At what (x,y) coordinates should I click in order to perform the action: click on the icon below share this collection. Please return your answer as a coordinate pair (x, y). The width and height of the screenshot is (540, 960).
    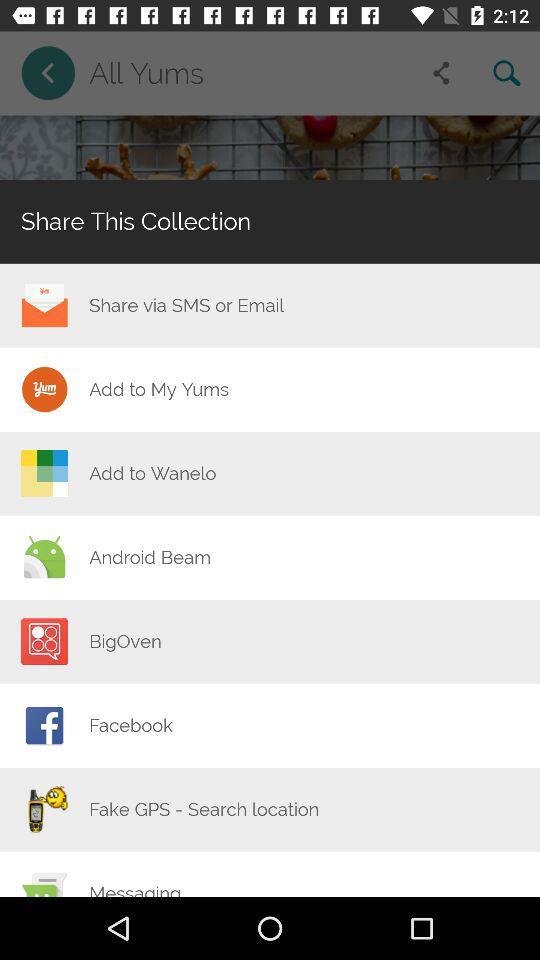
    Looking at the image, I should click on (186, 305).